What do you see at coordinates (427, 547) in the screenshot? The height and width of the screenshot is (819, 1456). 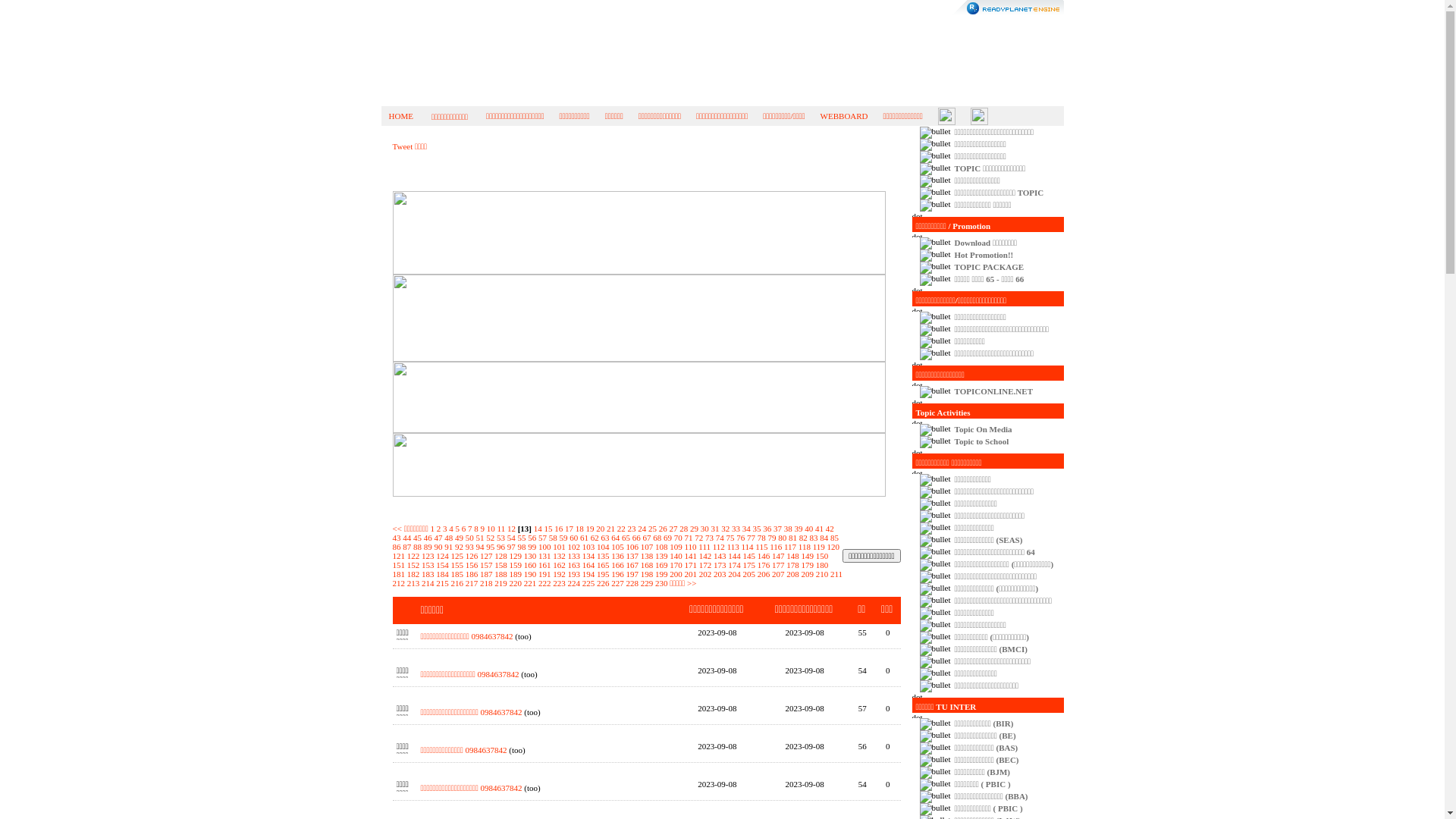 I see `'89'` at bounding box center [427, 547].